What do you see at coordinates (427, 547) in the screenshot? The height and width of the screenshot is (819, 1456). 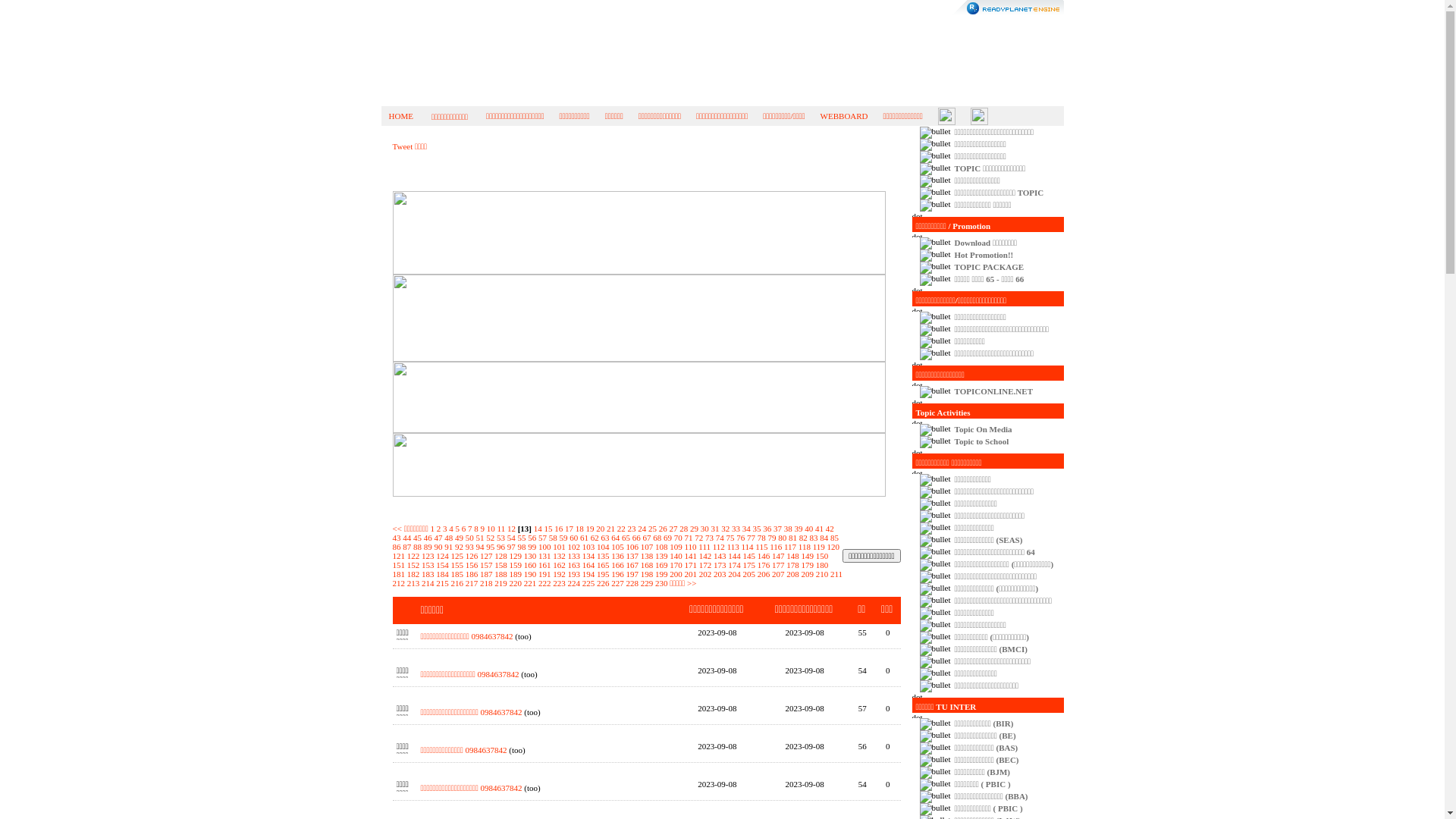 I see `'89'` at bounding box center [427, 547].